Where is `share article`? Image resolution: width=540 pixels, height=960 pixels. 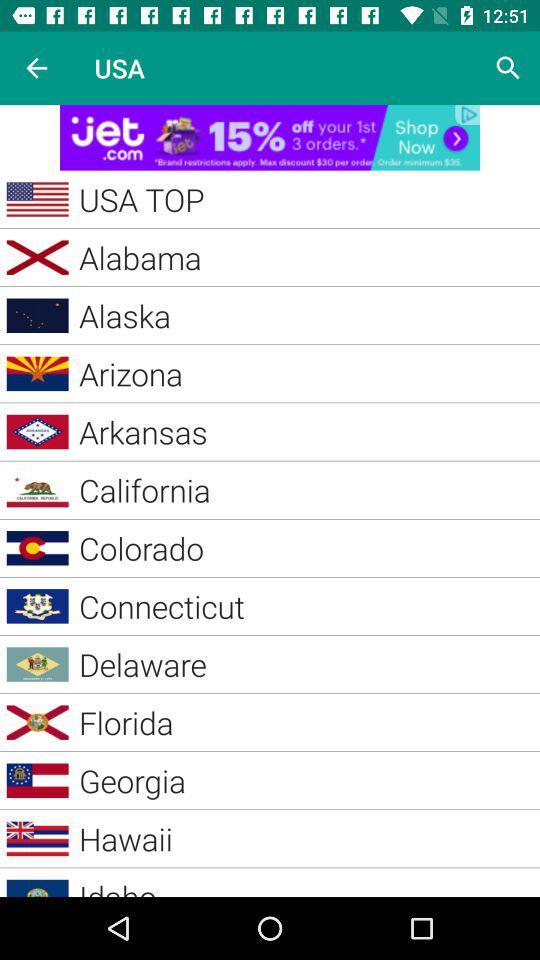
share article is located at coordinates (270, 136).